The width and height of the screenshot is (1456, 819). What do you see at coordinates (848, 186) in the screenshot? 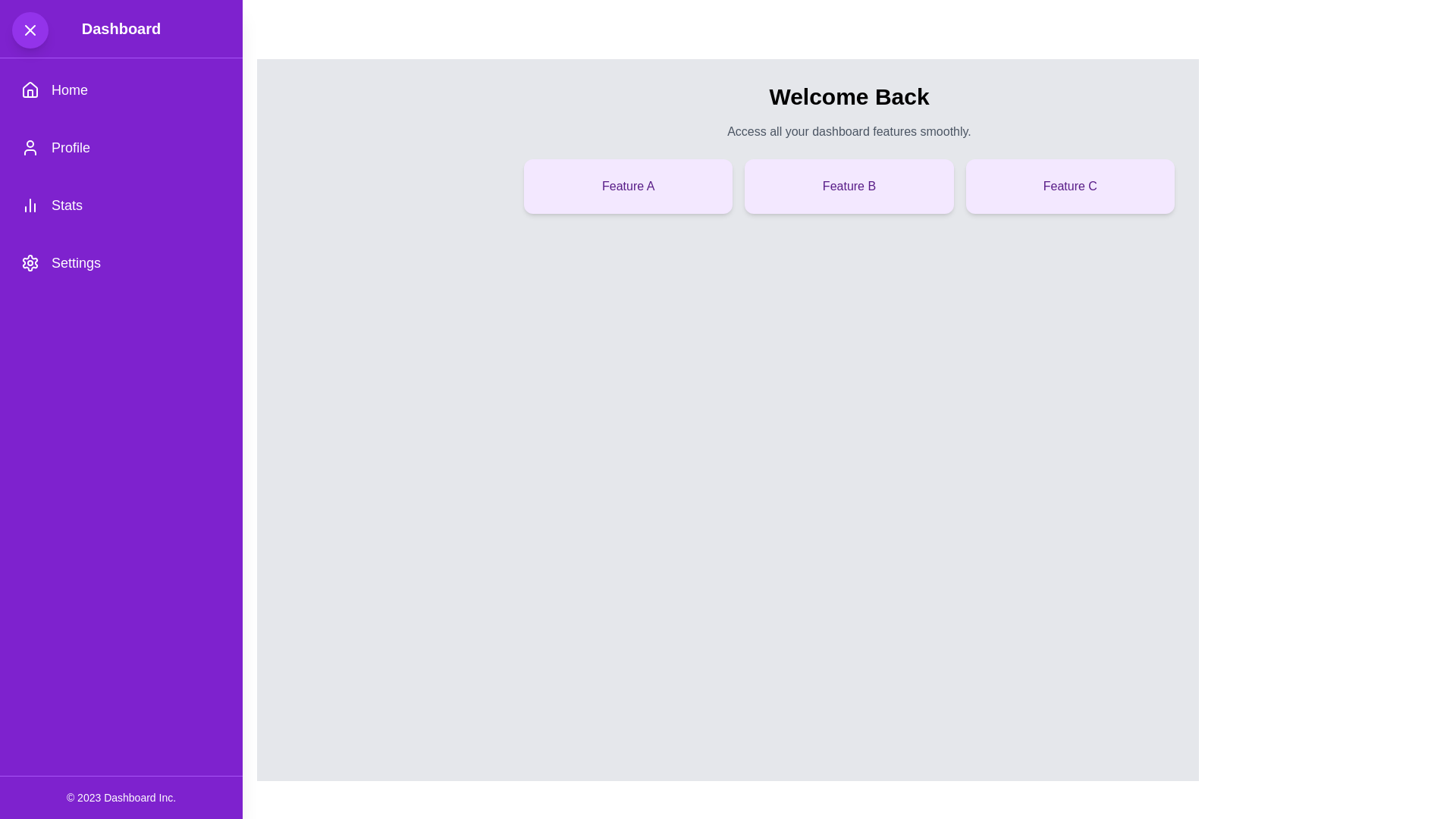
I see `the 'Feature A', 'Feature B', and 'Feature C' rectangles in the grid layout` at bounding box center [848, 186].